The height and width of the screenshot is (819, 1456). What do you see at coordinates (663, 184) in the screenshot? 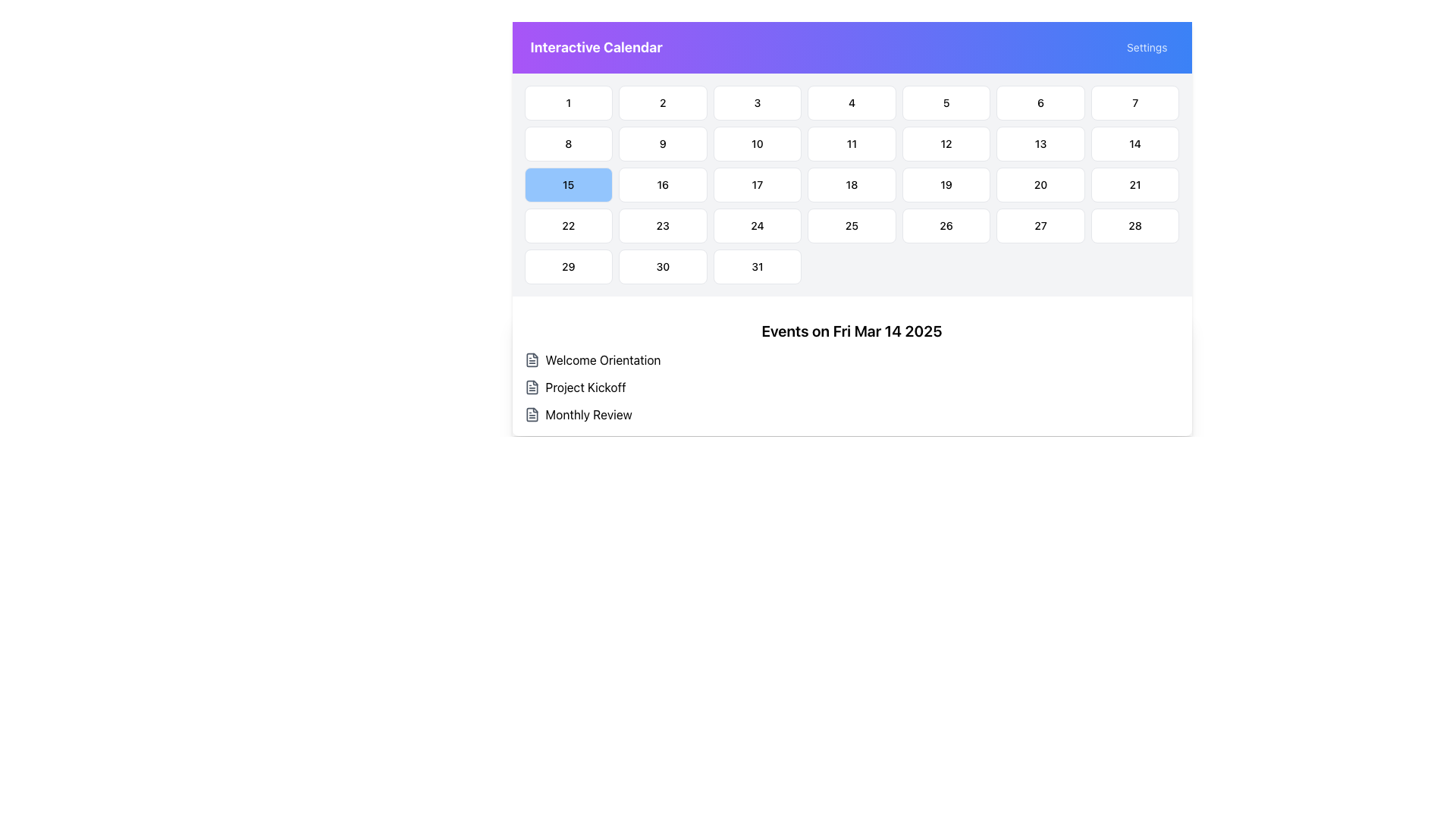
I see `the text label displaying the number '16' located within the calendar grid in the fourth column and second row` at bounding box center [663, 184].